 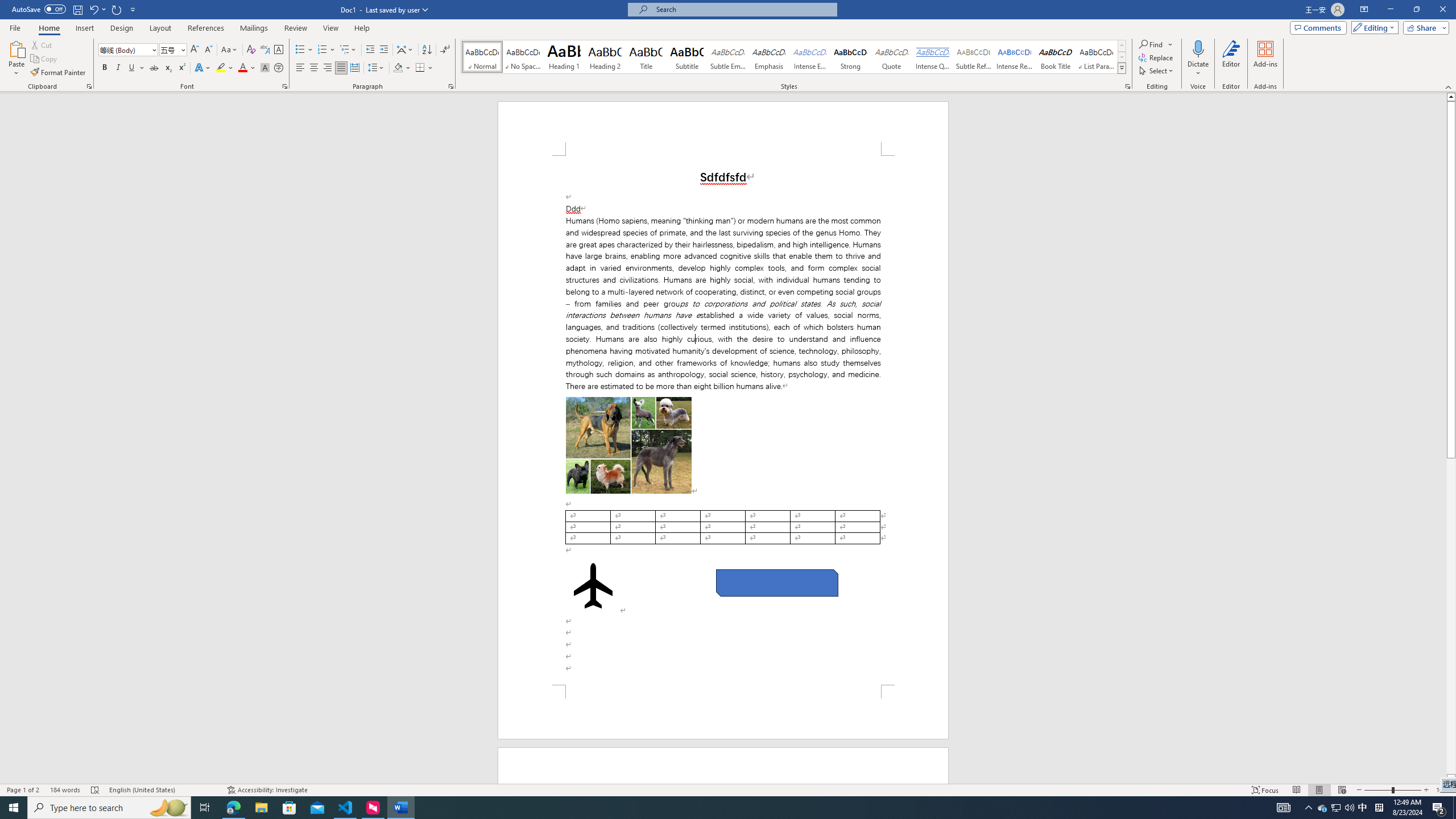 I want to click on 'AutomationID: QuickStylesGallery', so click(x=793, y=56).